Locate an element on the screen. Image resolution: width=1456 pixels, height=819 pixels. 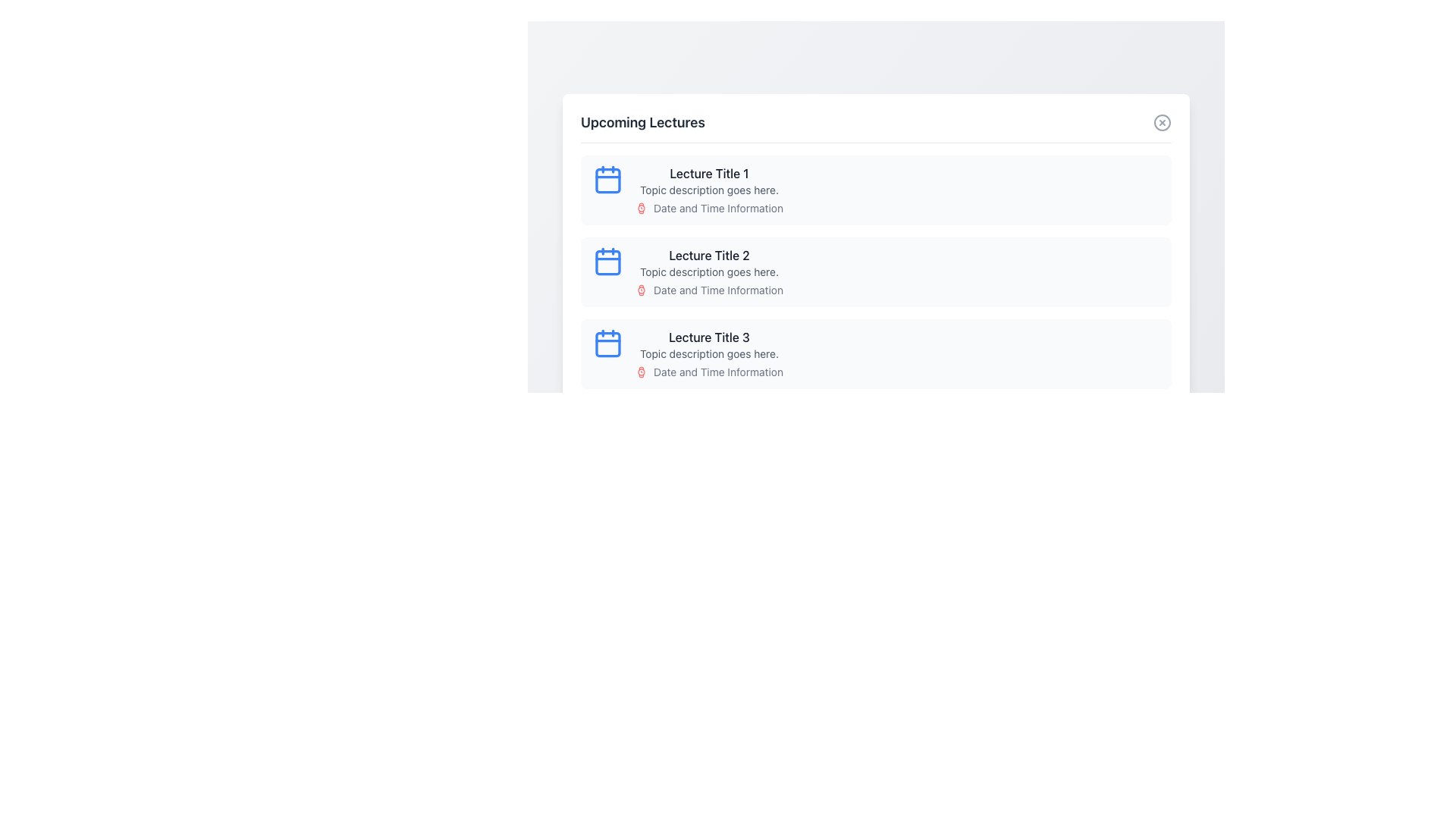
the second informational card in the 'Upcoming Lectures' section, positioned between 'Lecture Title 1' and 'Lecture Title 3' is located at coordinates (876, 271).